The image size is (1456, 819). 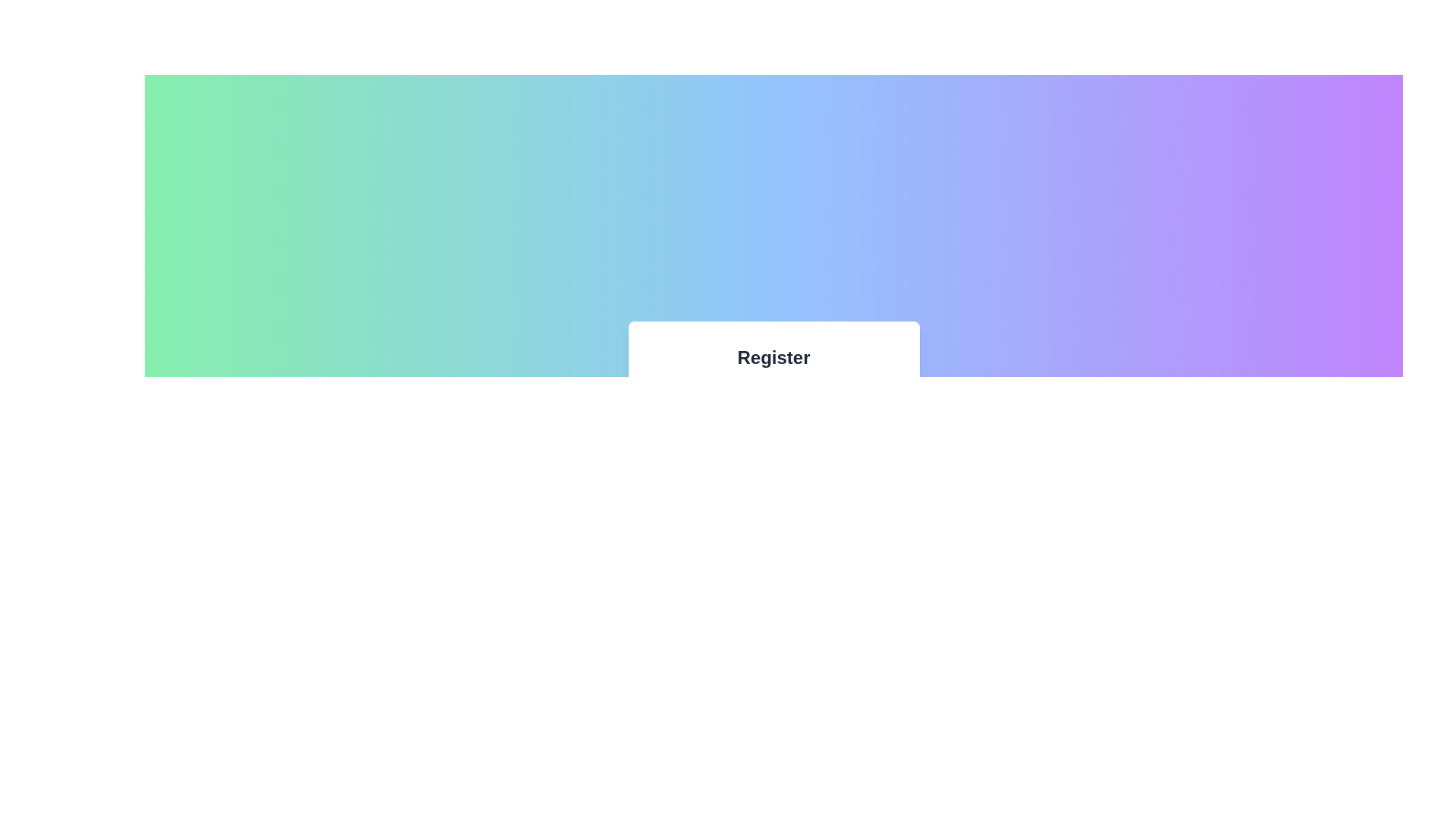 I want to click on the static text label that serves as the title for the registration form, positioned centrally at the top of the form, so click(x=773, y=357).